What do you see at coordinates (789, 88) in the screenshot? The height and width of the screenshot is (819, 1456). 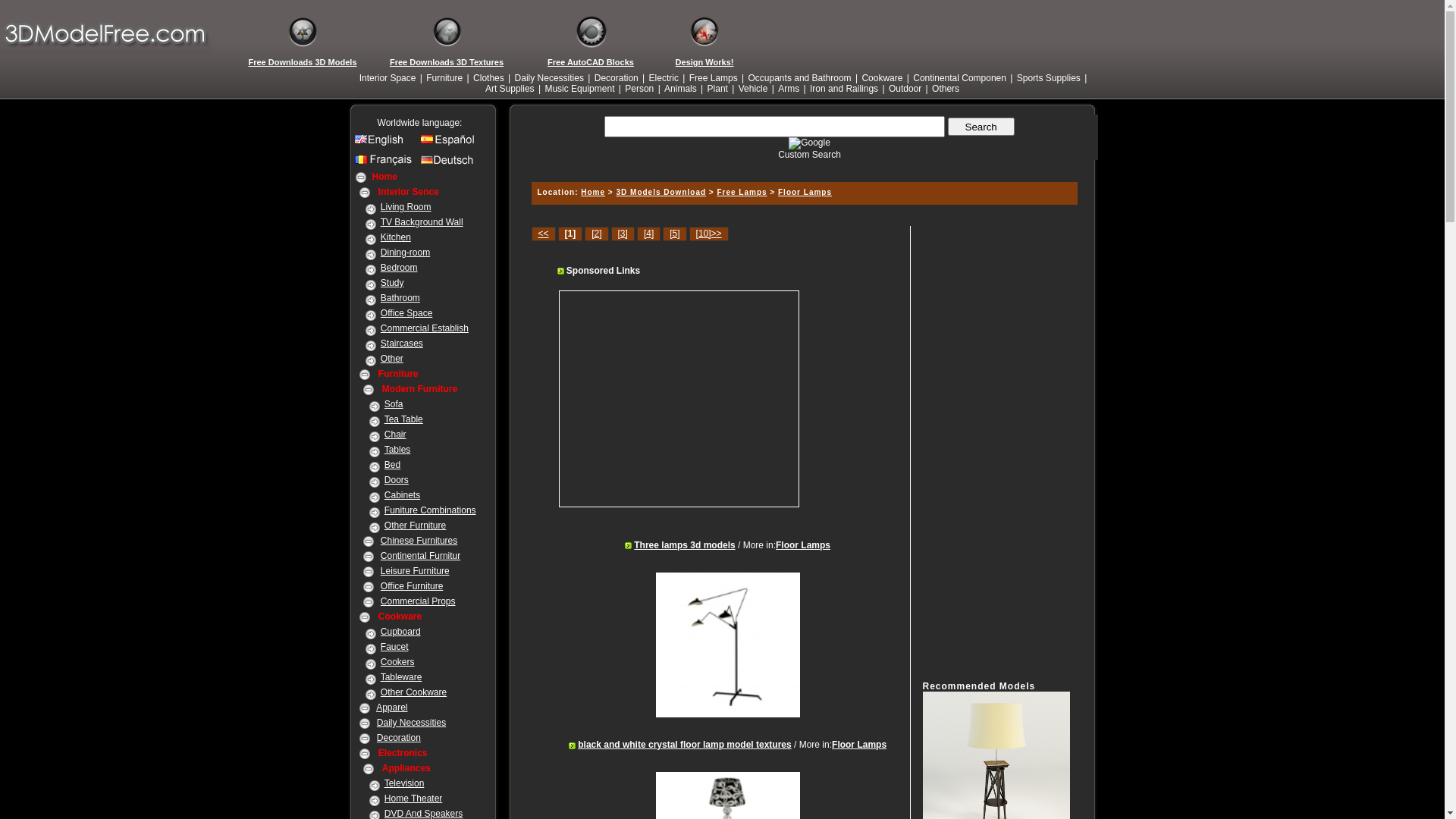 I see `'Arms'` at bounding box center [789, 88].